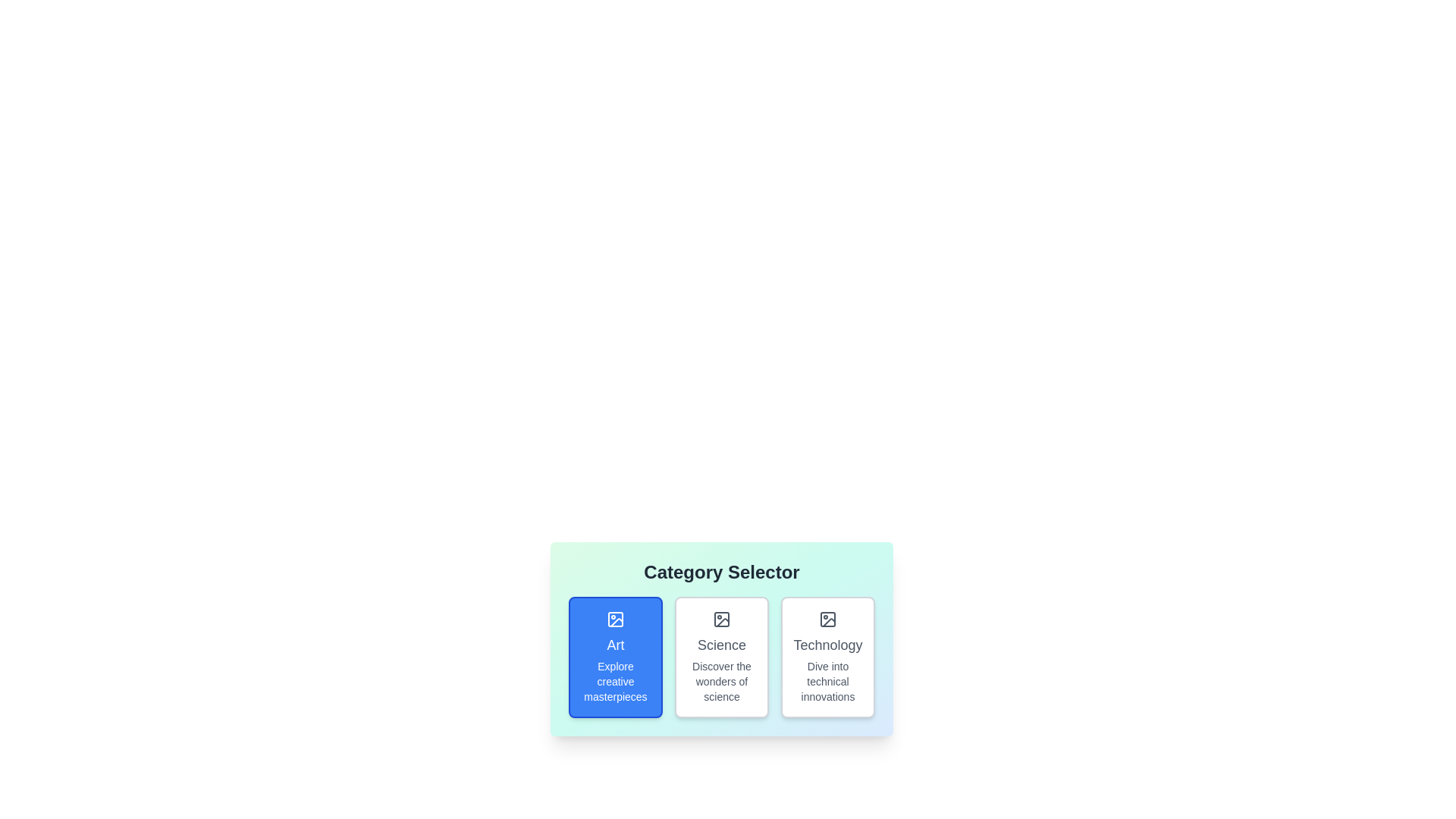 This screenshot has width=1456, height=819. I want to click on the main heading of the component to view its text, so click(720, 573).